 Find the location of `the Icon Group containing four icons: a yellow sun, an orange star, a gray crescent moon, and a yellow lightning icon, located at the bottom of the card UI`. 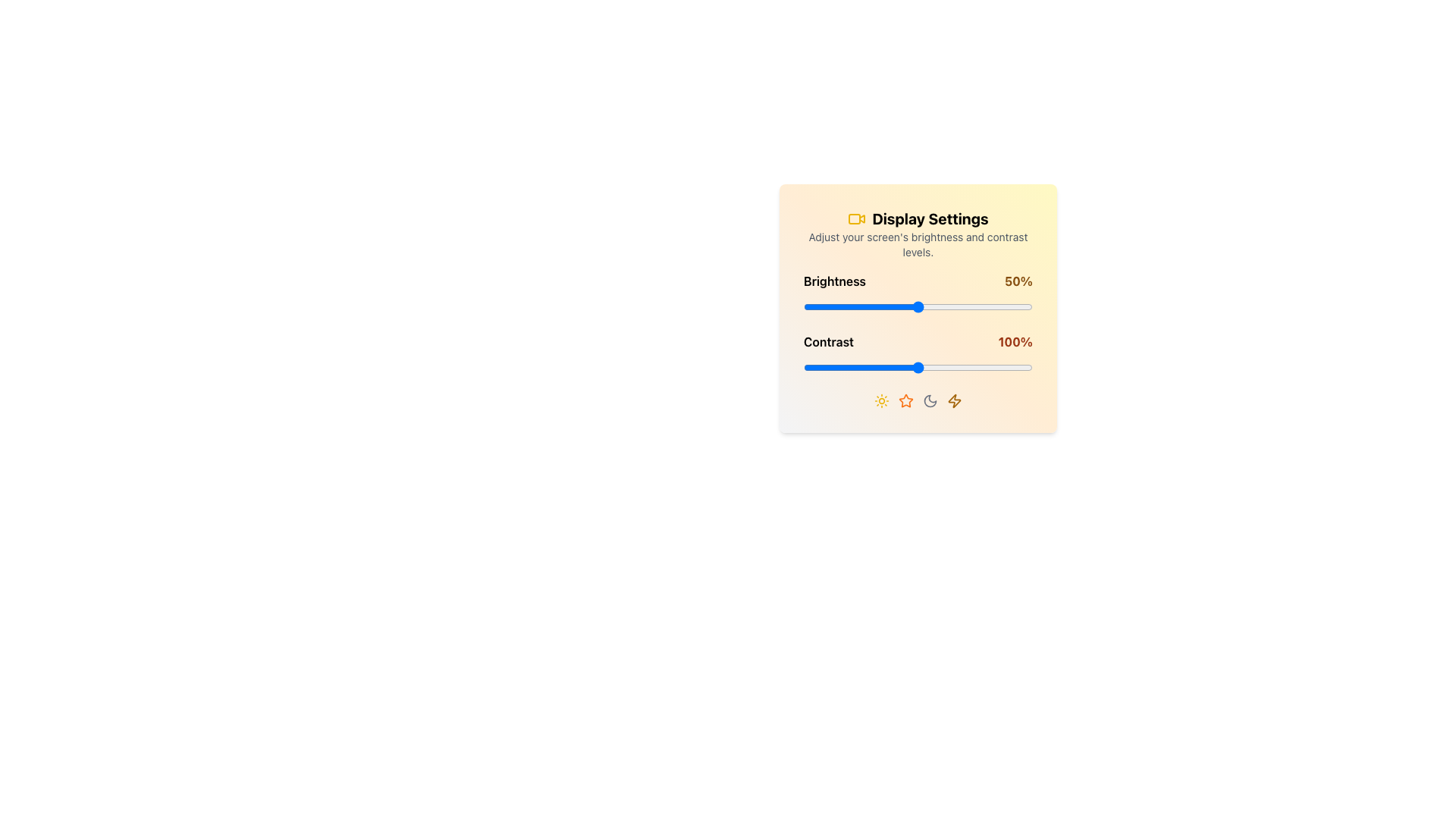

the Icon Group containing four icons: a yellow sun, an orange star, a gray crescent moon, and a yellow lightning icon, located at the bottom of the card UI is located at coordinates (917, 400).